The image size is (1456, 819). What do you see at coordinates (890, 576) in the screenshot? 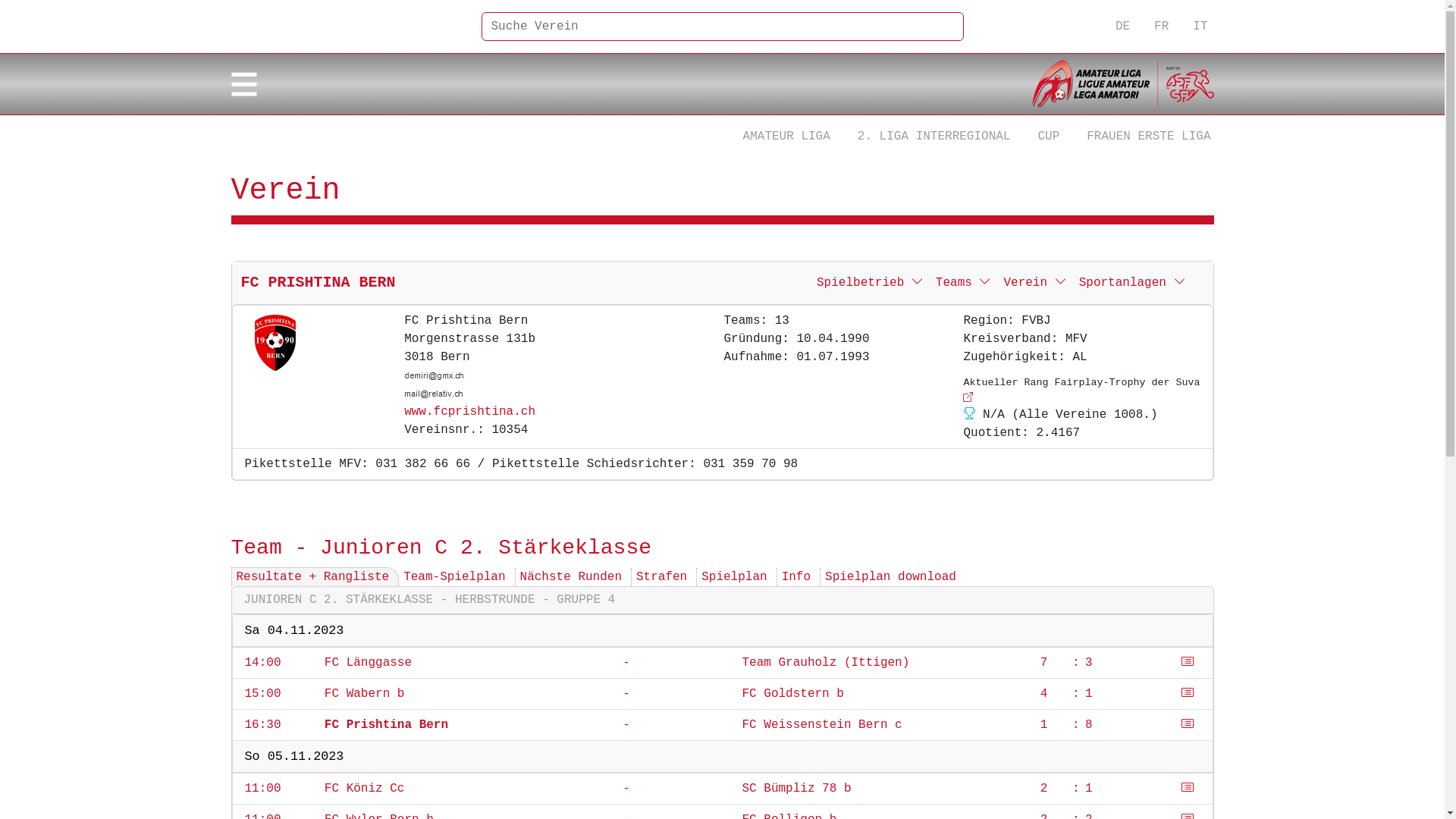
I see `'Spielplan download'` at bounding box center [890, 576].